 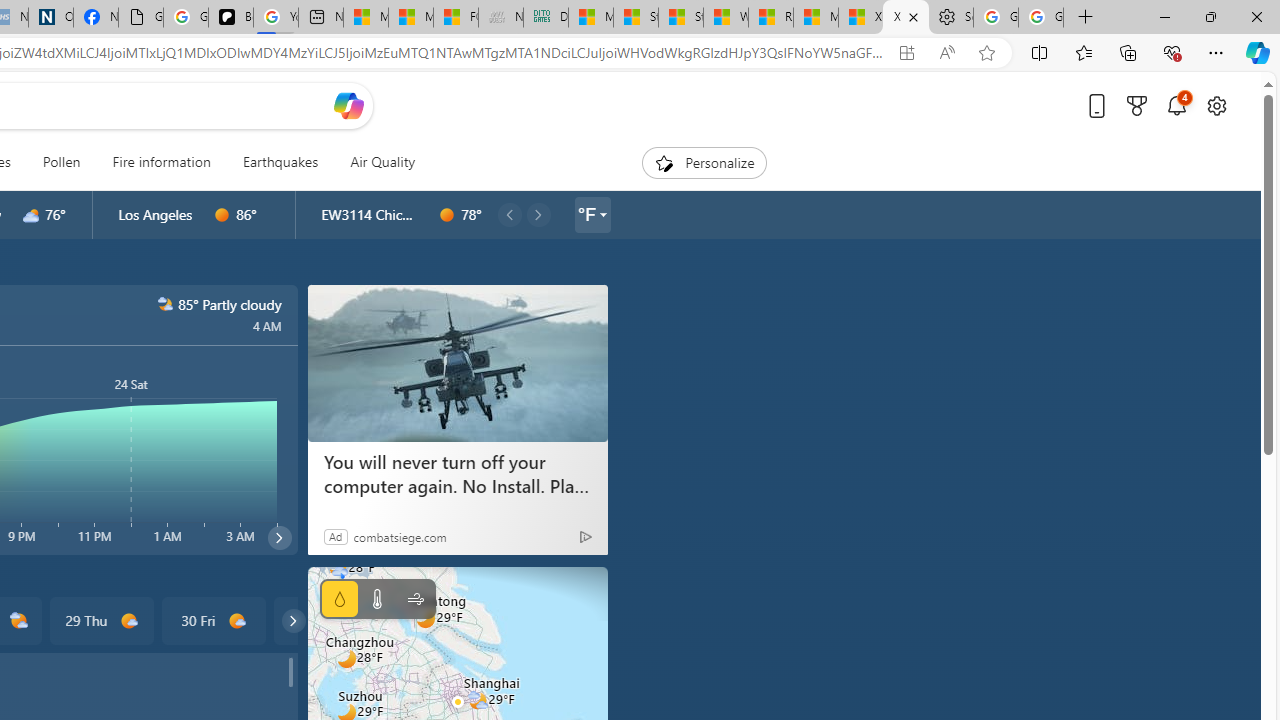 What do you see at coordinates (382, 162) in the screenshot?
I see `'Air Quality'` at bounding box center [382, 162].